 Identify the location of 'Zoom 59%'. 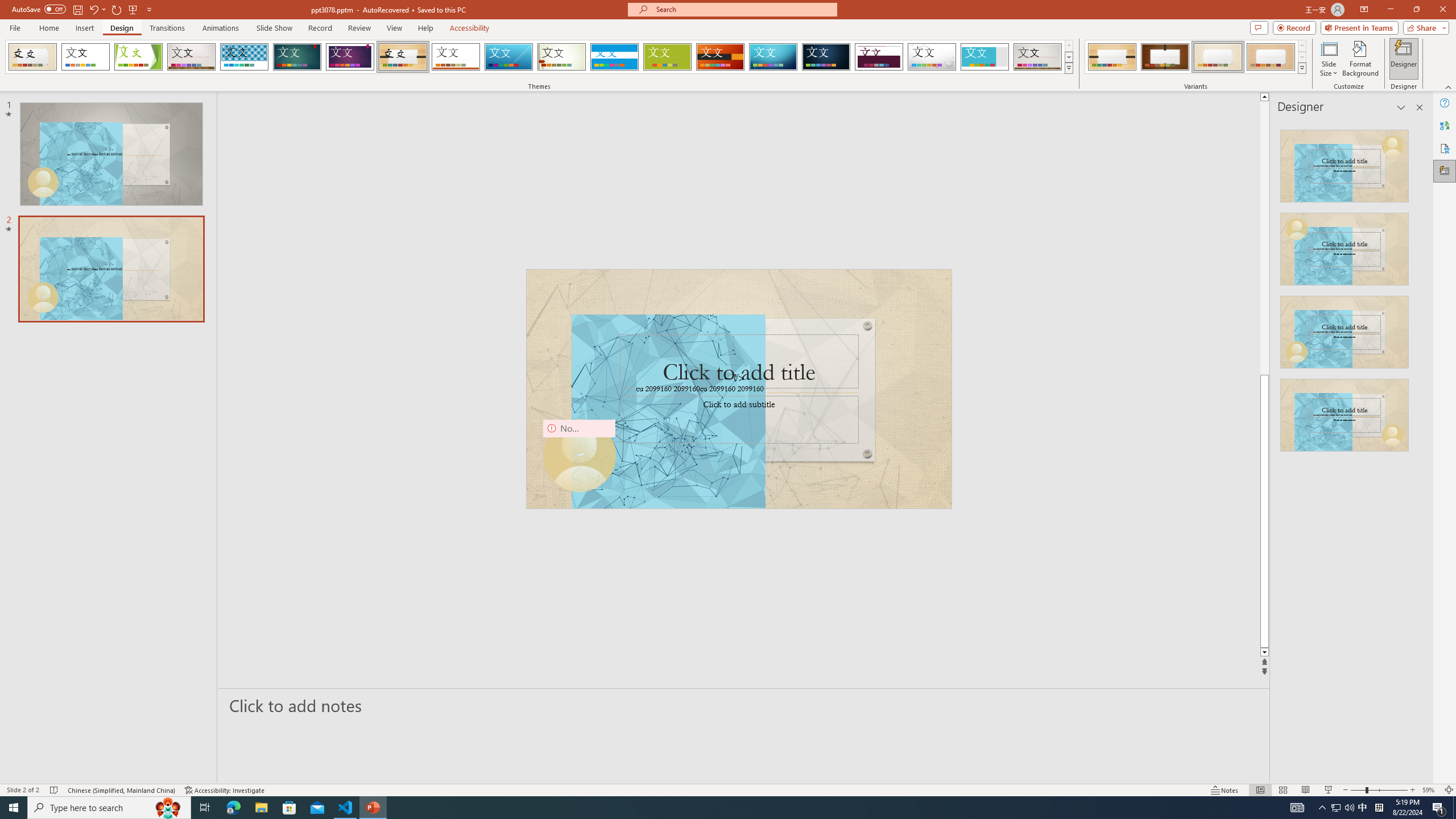
(1430, 790).